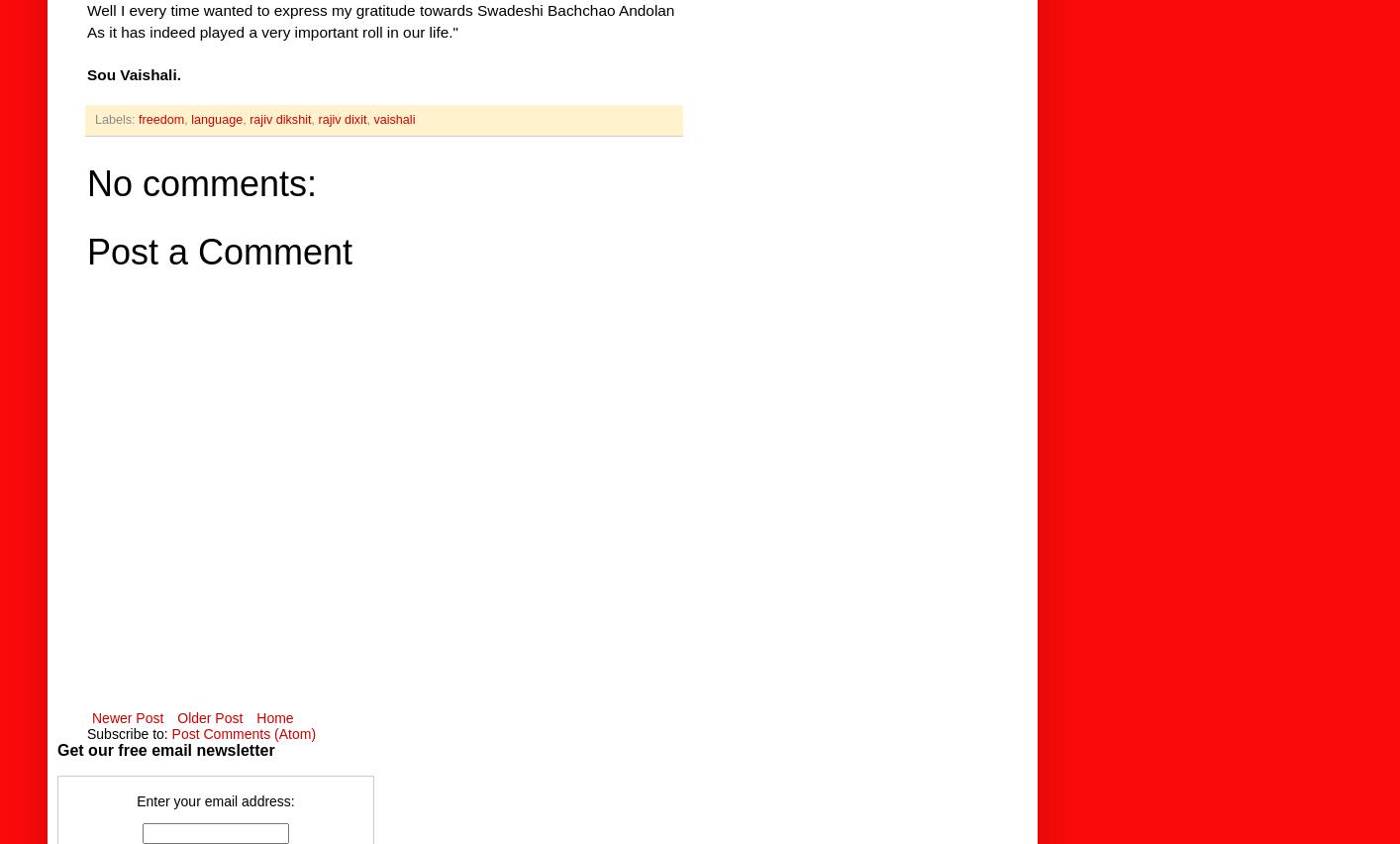  What do you see at coordinates (126, 716) in the screenshot?
I see `'Newer Post'` at bounding box center [126, 716].